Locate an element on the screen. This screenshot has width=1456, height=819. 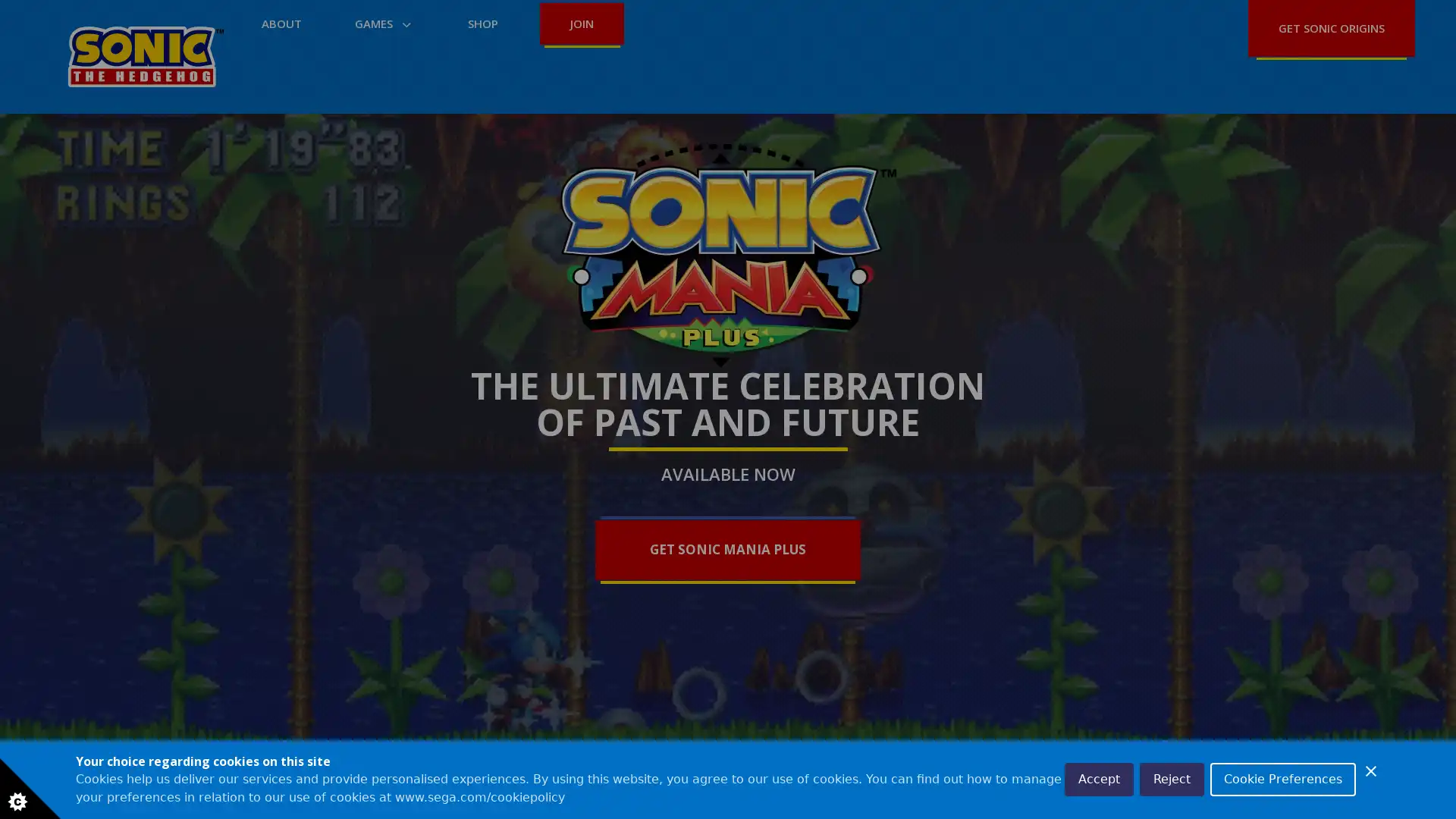
Cookie Preferences is located at coordinates (1282, 780).